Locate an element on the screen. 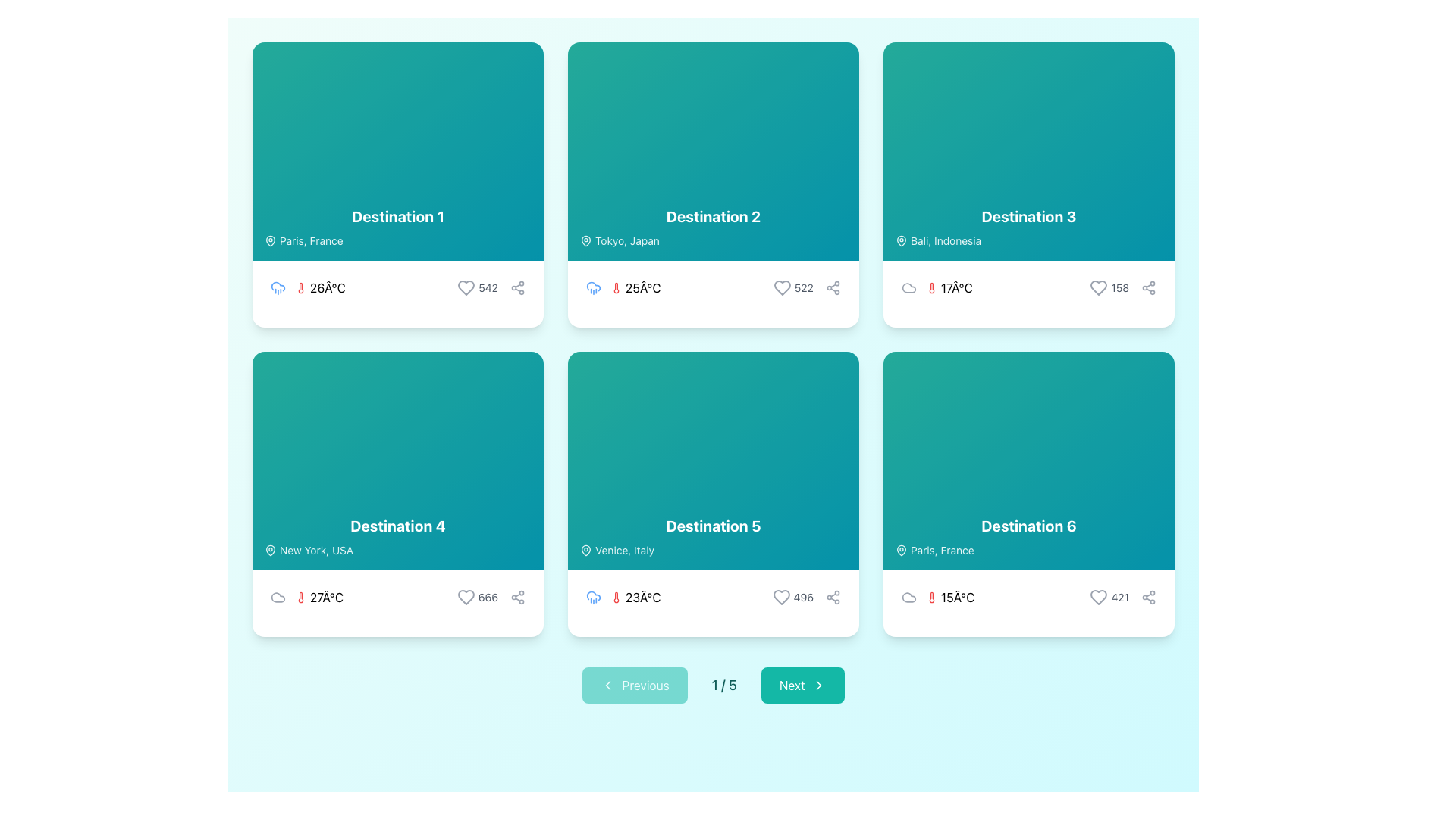 Image resolution: width=1456 pixels, height=819 pixels. the heart icon in the bottom-right corner of the card for 'Destination 1' to register a like for this destination is located at coordinates (477, 288).